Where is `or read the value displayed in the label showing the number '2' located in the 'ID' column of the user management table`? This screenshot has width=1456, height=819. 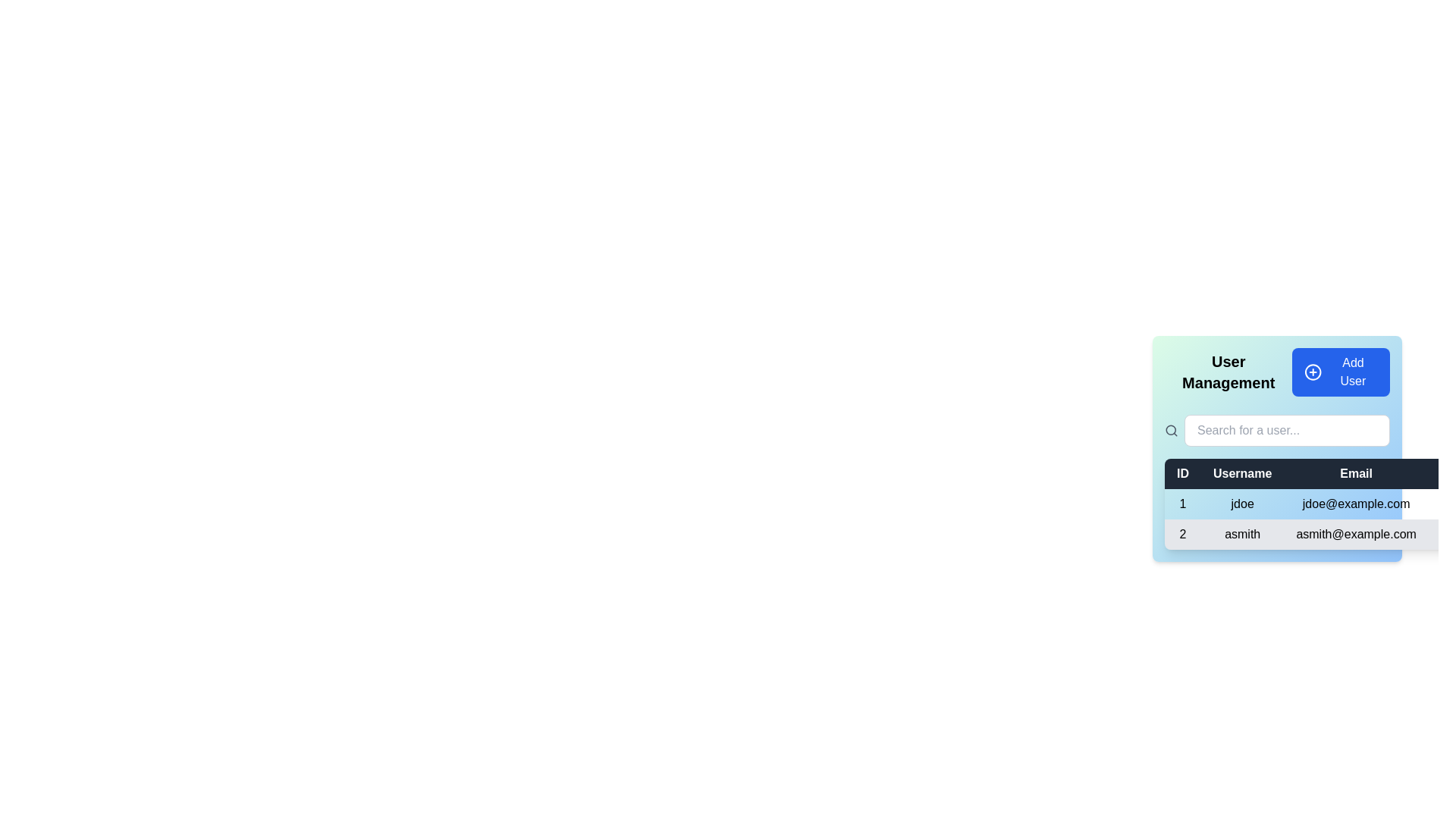
or read the value displayed in the label showing the number '2' located in the 'ID' column of the user management table is located at coordinates (1182, 534).